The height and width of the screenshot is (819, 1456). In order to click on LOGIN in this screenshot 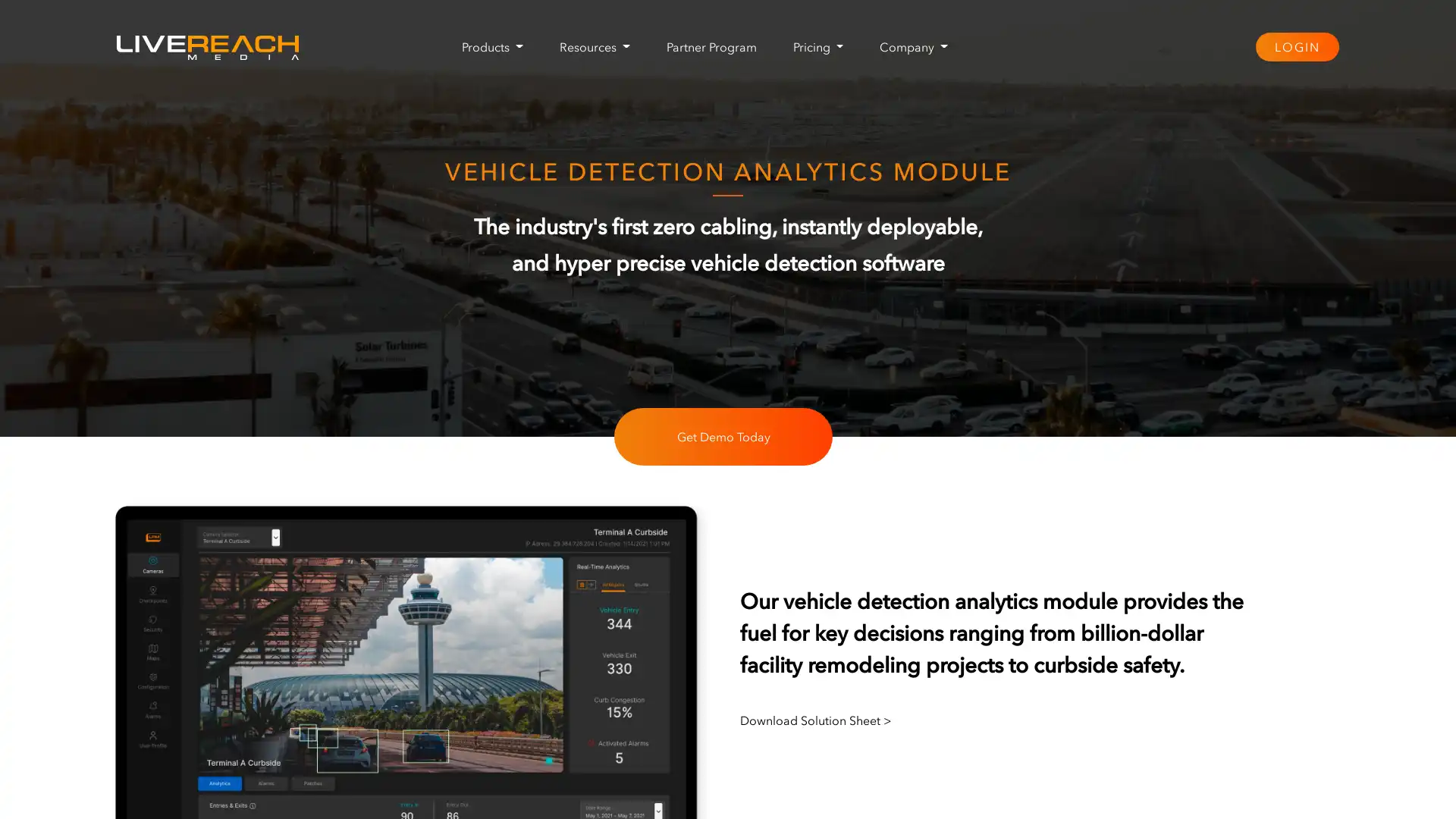, I will do `click(1295, 45)`.